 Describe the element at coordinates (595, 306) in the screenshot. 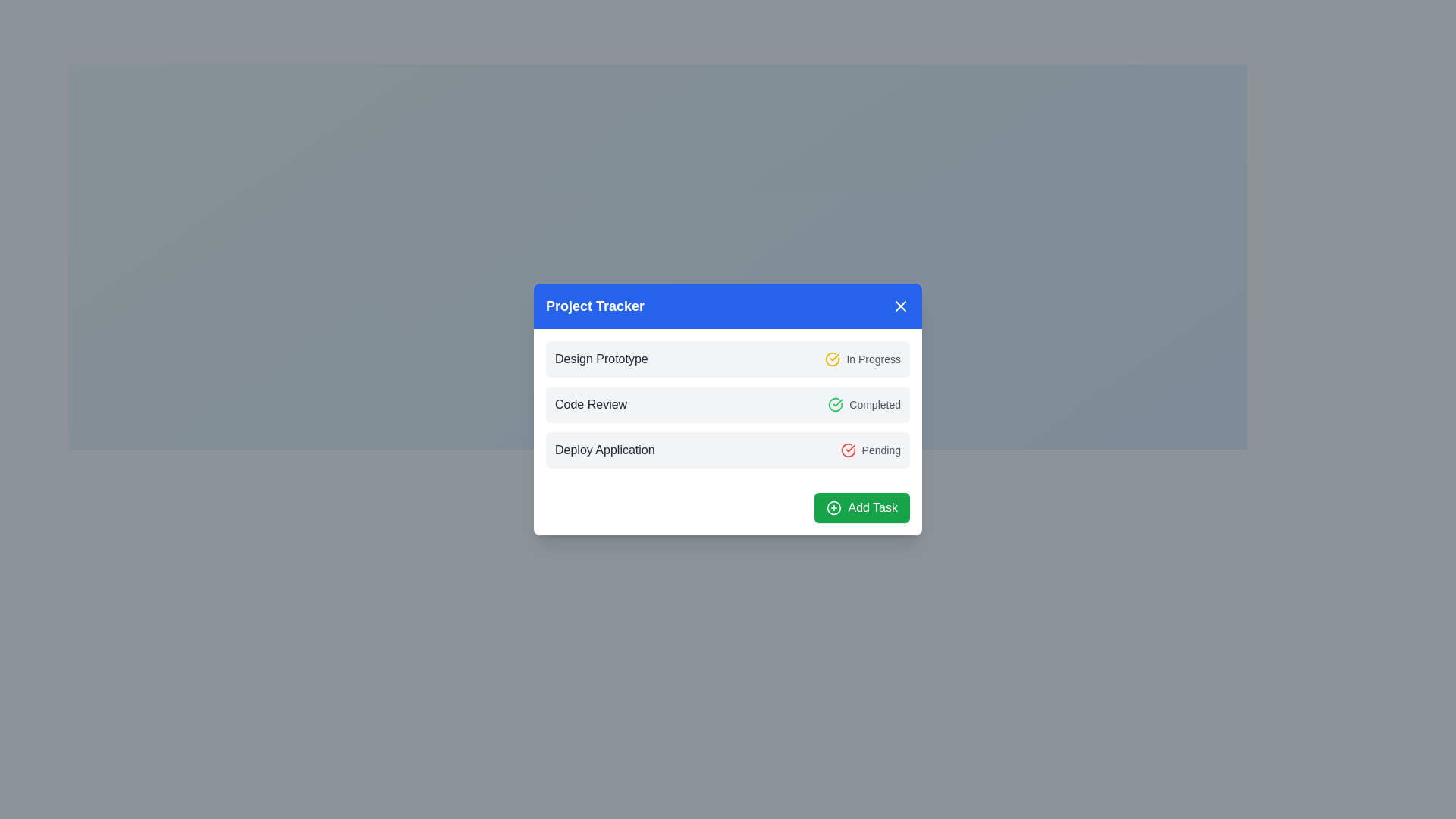

I see `the static text label that serves as the title for the project tracking interface, located in the center-left area of the blue header bar at the top of the popup` at that location.